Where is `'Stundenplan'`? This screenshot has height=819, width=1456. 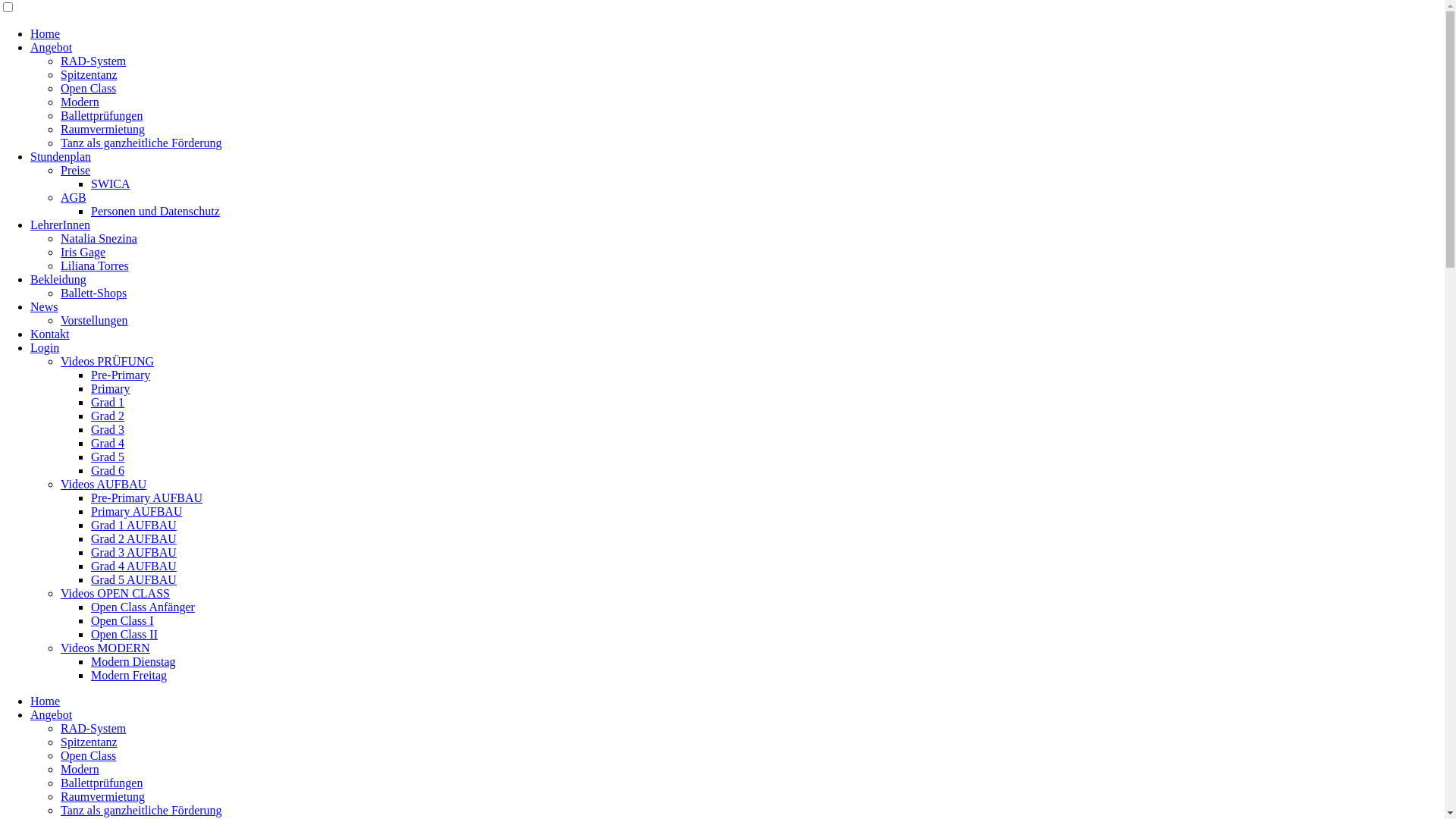 'Stundenplan' is located at coordinates (61, 156).